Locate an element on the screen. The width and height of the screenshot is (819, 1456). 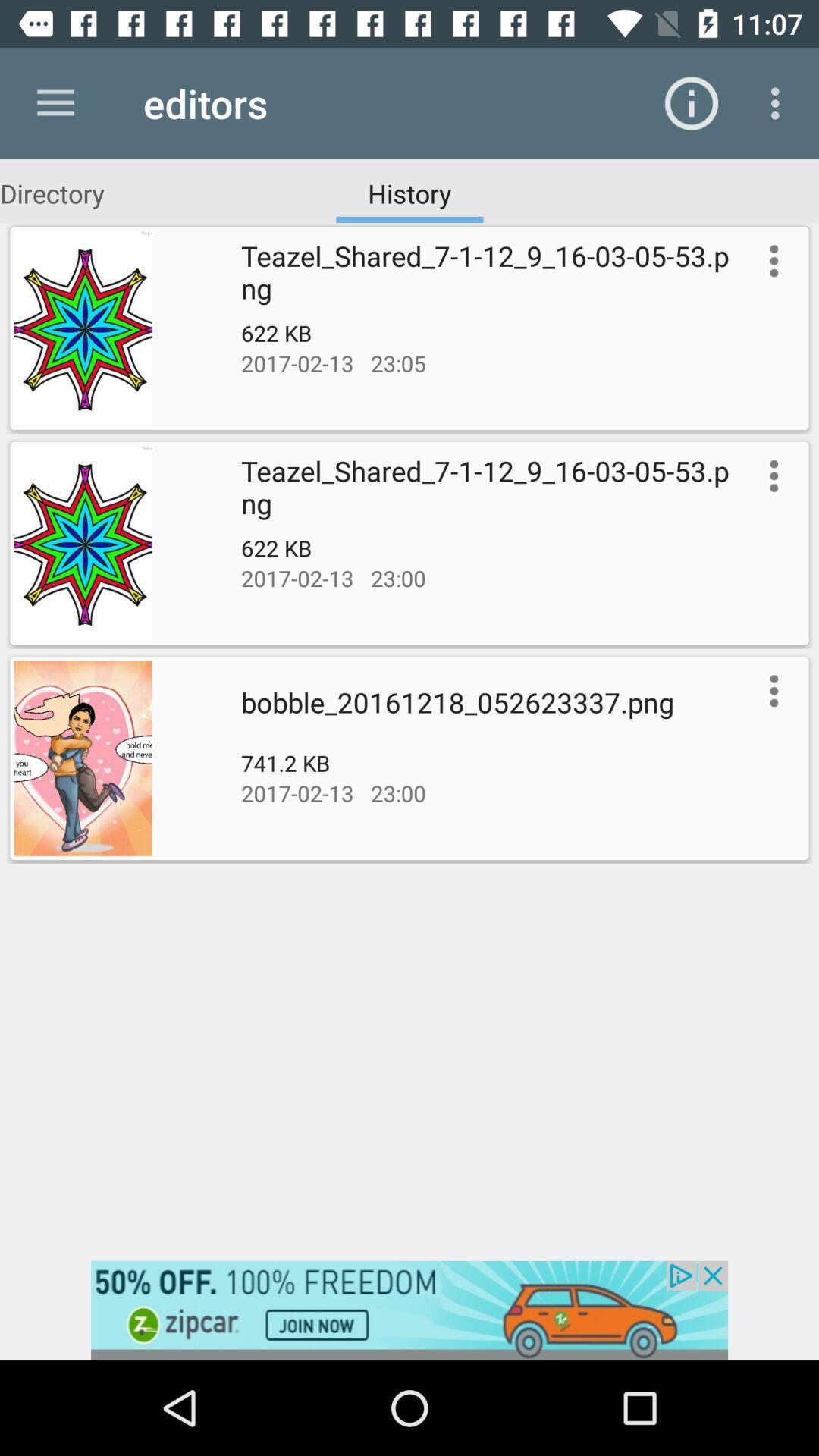
ellipse is located at coordinates (770, 690).